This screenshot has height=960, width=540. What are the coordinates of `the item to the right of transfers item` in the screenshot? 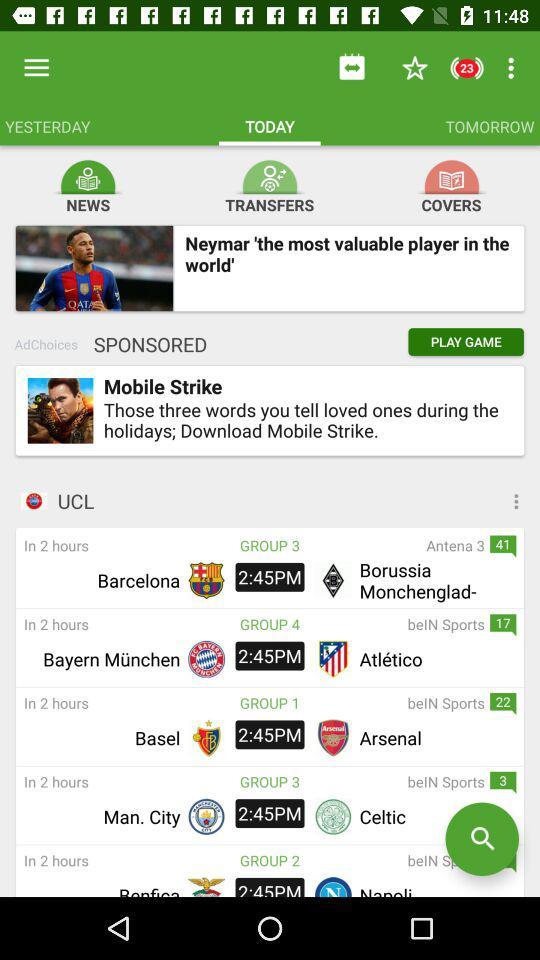 It's located at (451, 177).